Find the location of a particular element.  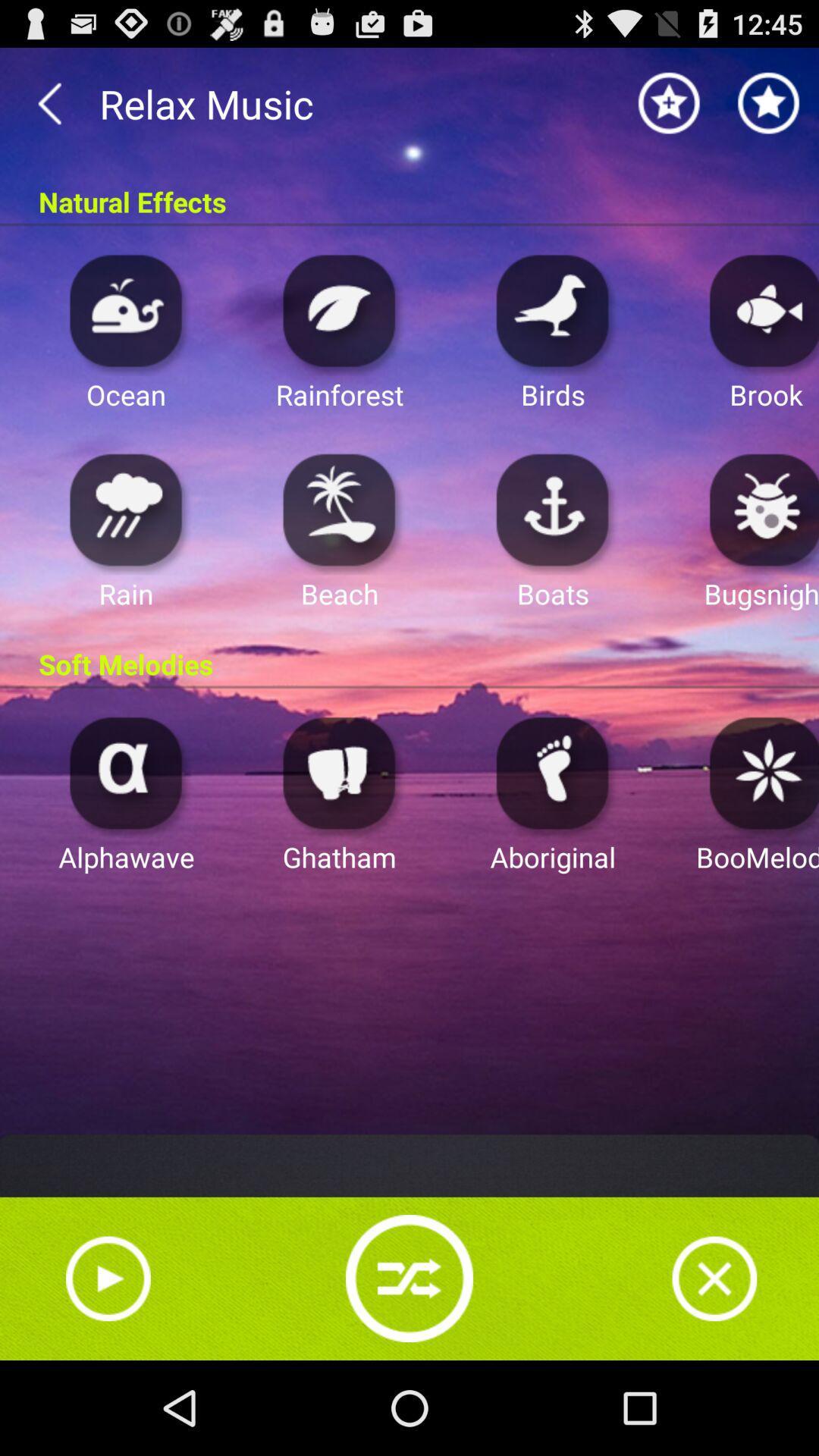

the weather icon is located at coordinates (125, 544).